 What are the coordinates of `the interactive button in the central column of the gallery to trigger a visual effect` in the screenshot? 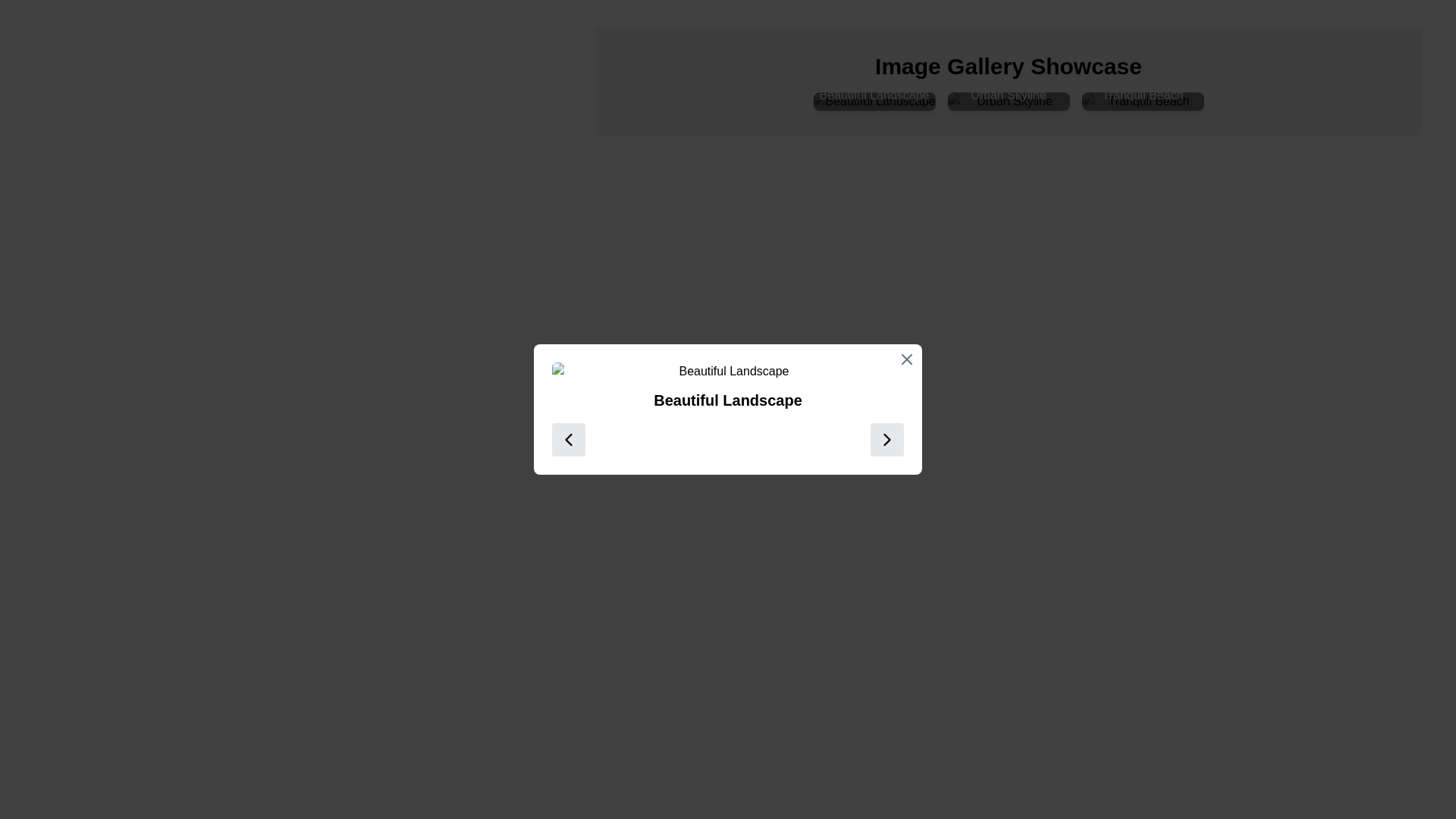 It's located at (1008, 102).